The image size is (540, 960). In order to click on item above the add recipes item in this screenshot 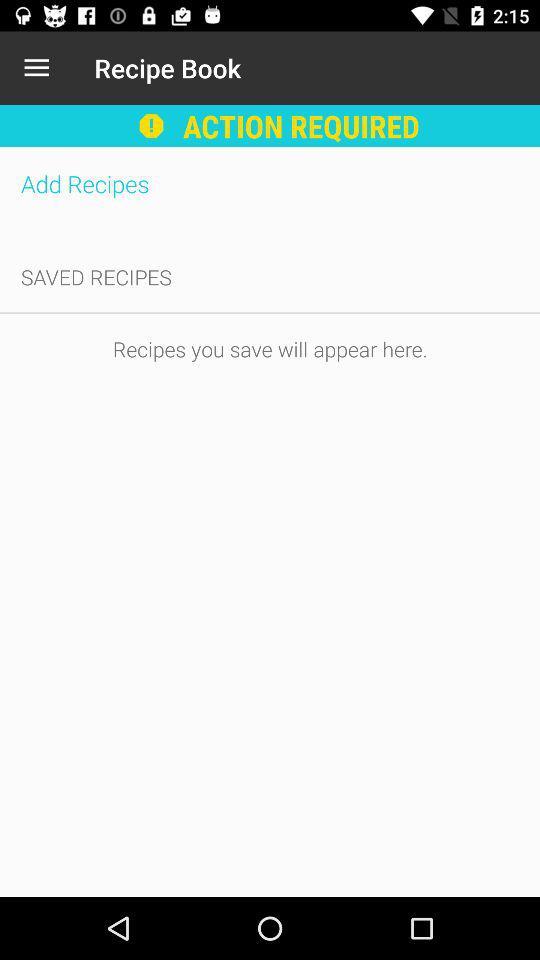, I will do `click(36, 68)`.